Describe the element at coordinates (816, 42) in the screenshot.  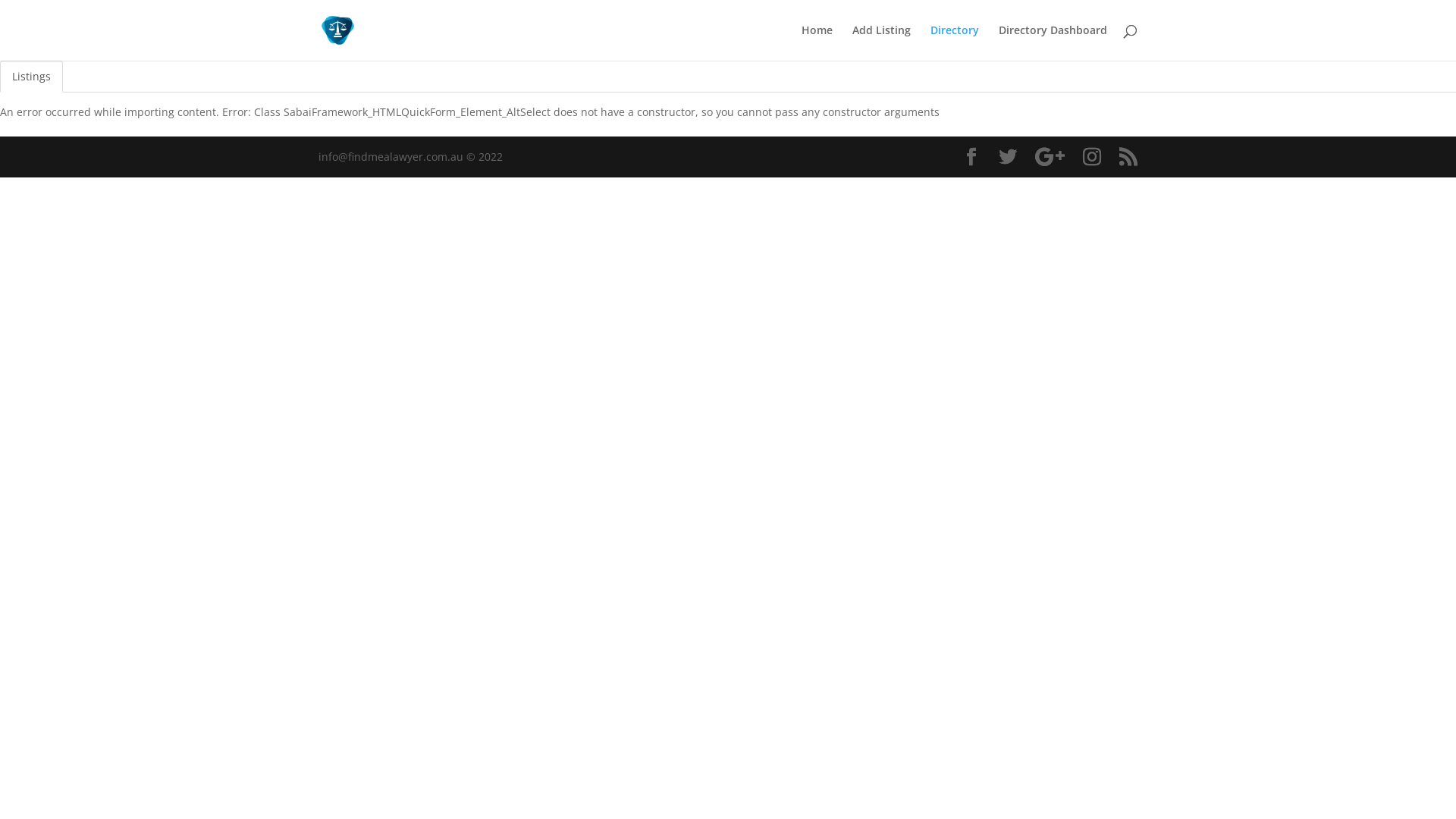
I see `'Home'` at that location.